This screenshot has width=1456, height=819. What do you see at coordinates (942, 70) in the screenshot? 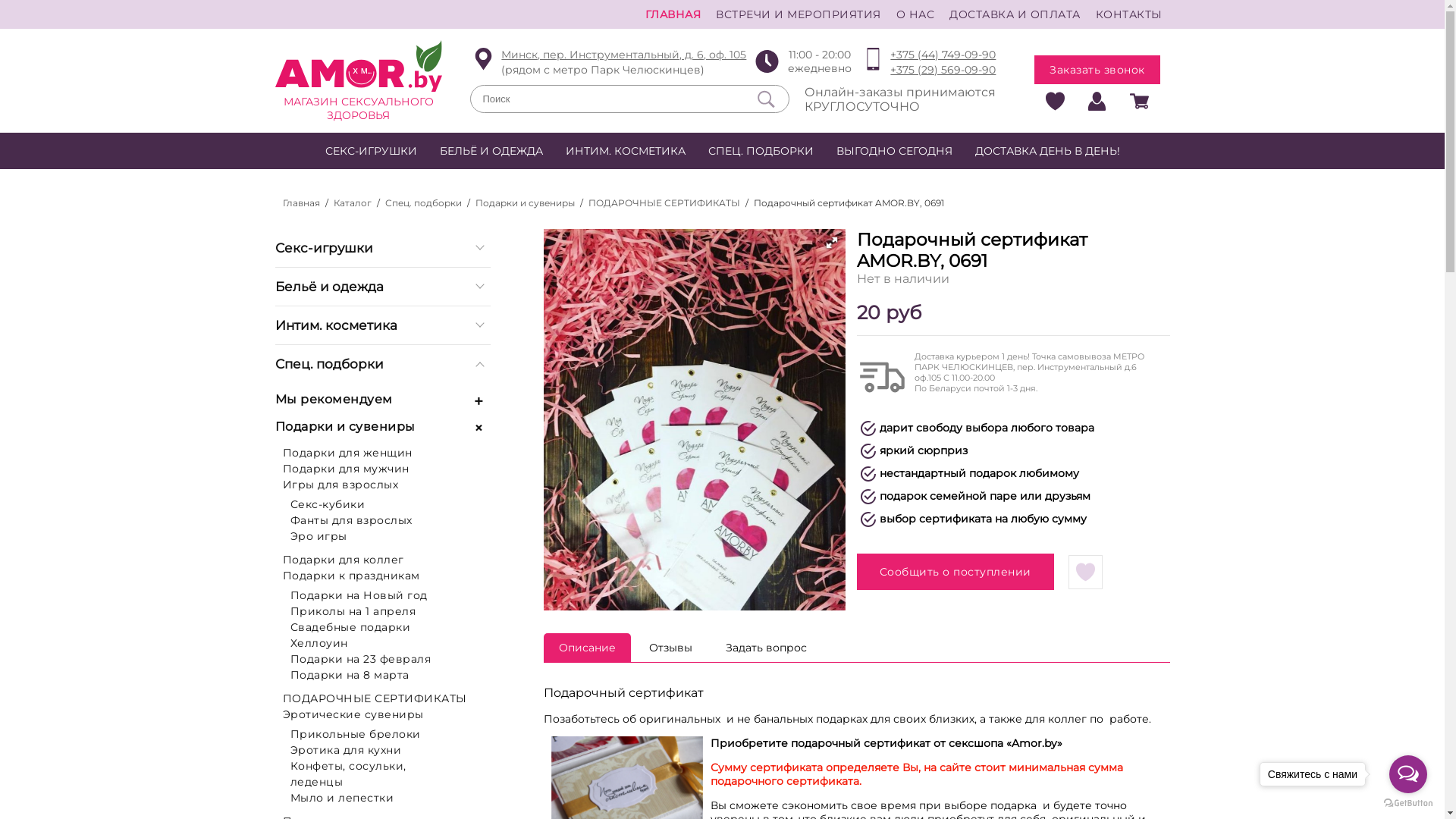
I see `'+375 (29) 569-09-90'` at bounding box center [942, 70].